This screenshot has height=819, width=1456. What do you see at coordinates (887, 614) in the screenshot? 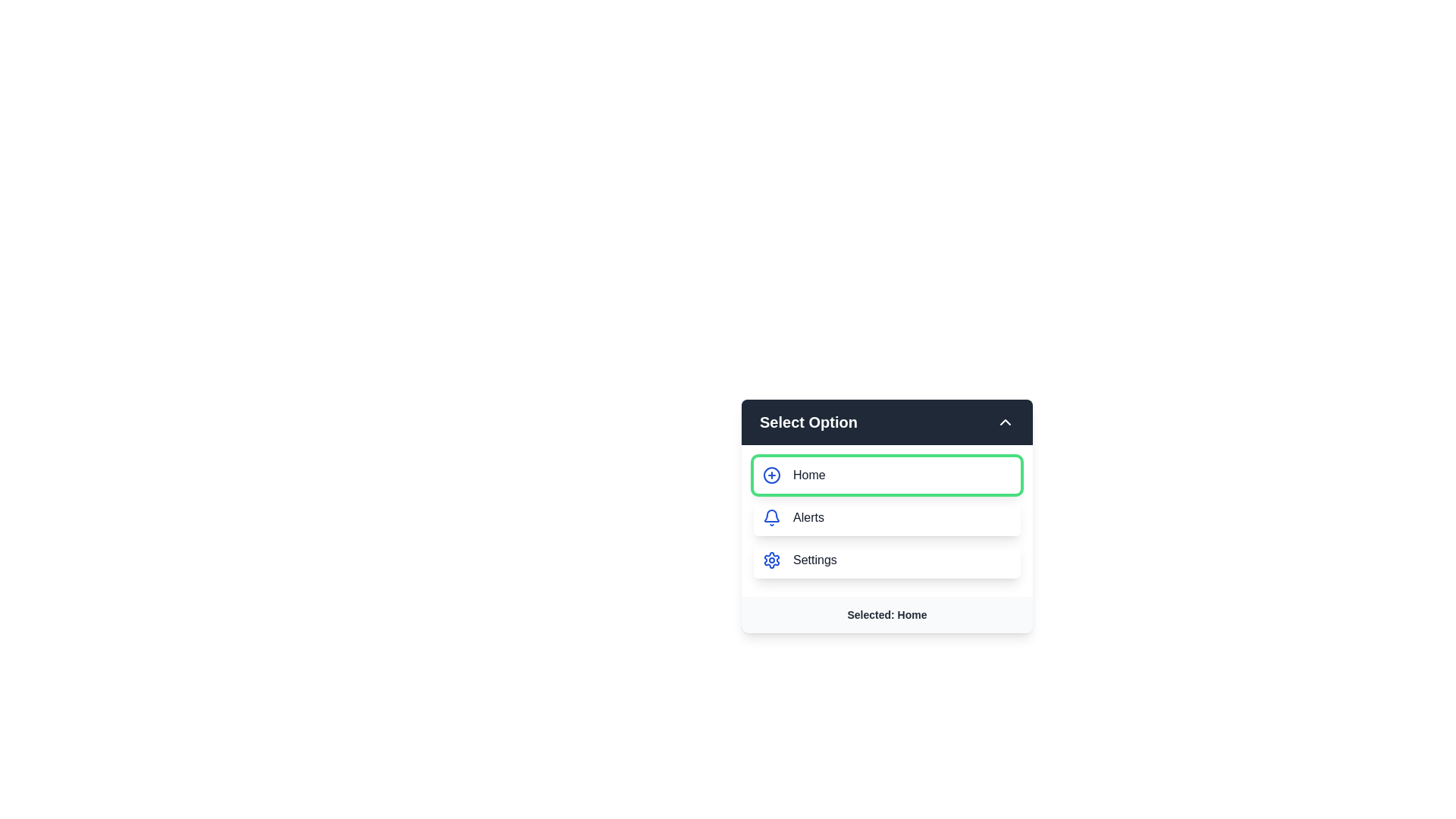
I see `the label with the text 'Selected: Home' which is located beneath the 'Select Option' section containing options like 'Home', 'Alerts', and 'Settings'` at bounding box center [887, 614].